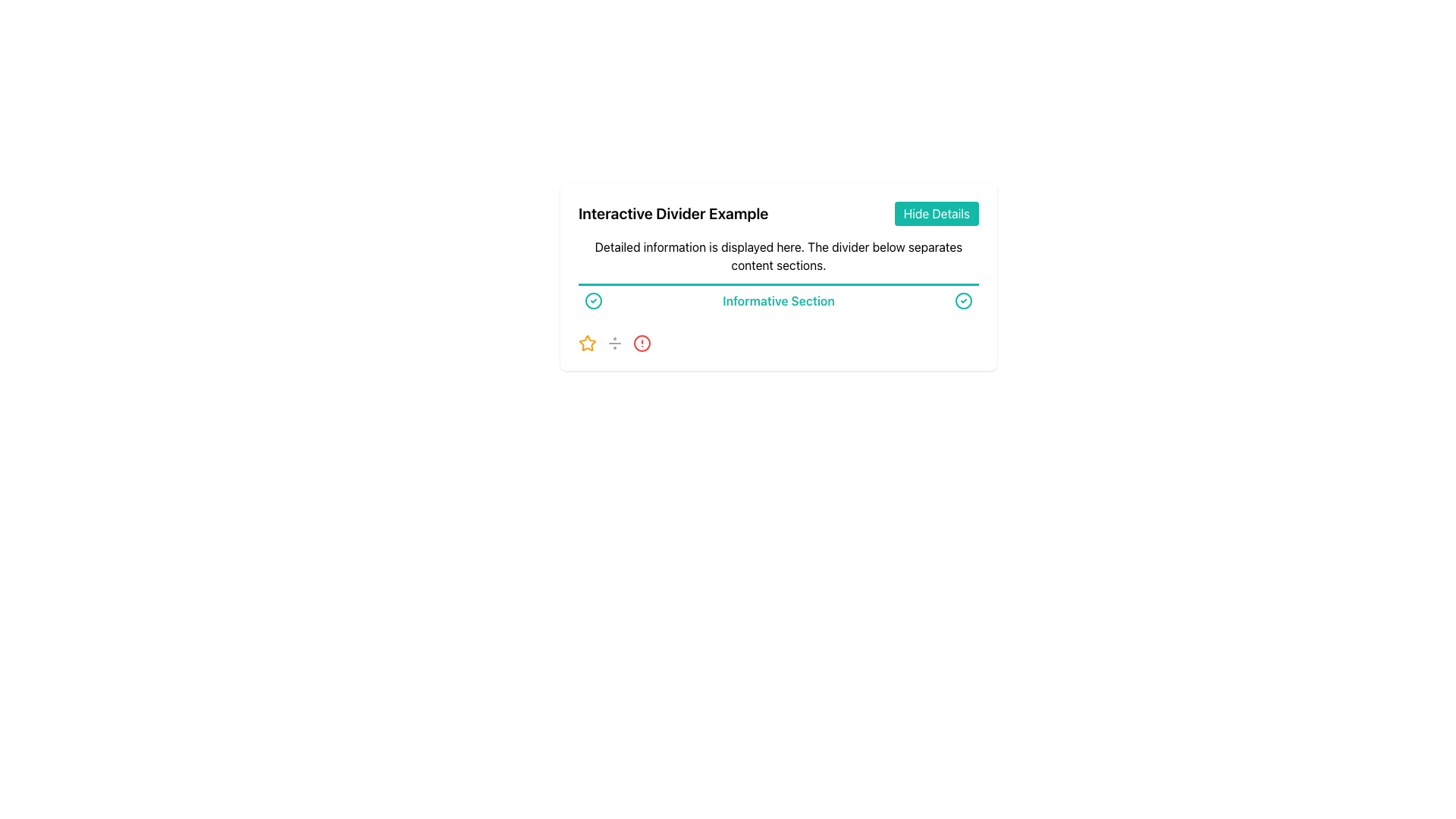 The height and width of the screenshot is (819, 1456). I want to click on the circular ring with a teal stroke that is part of the interactive SVG icon located beside the 'Informative Section' label, so click(592, 301).